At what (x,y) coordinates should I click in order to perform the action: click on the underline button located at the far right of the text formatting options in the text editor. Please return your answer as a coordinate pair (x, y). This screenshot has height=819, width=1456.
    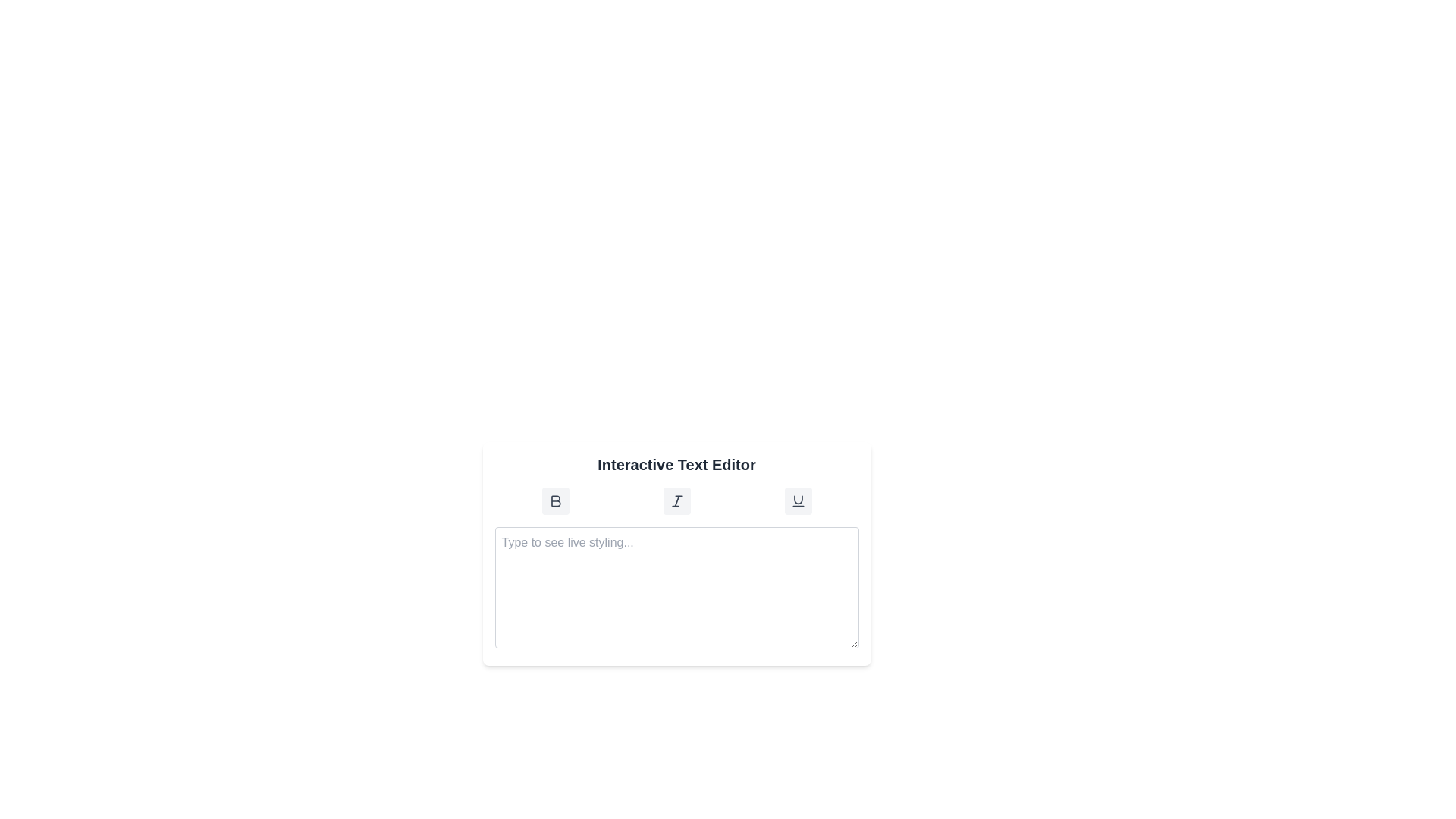
    Looking at the image, I should click on (797, 500).